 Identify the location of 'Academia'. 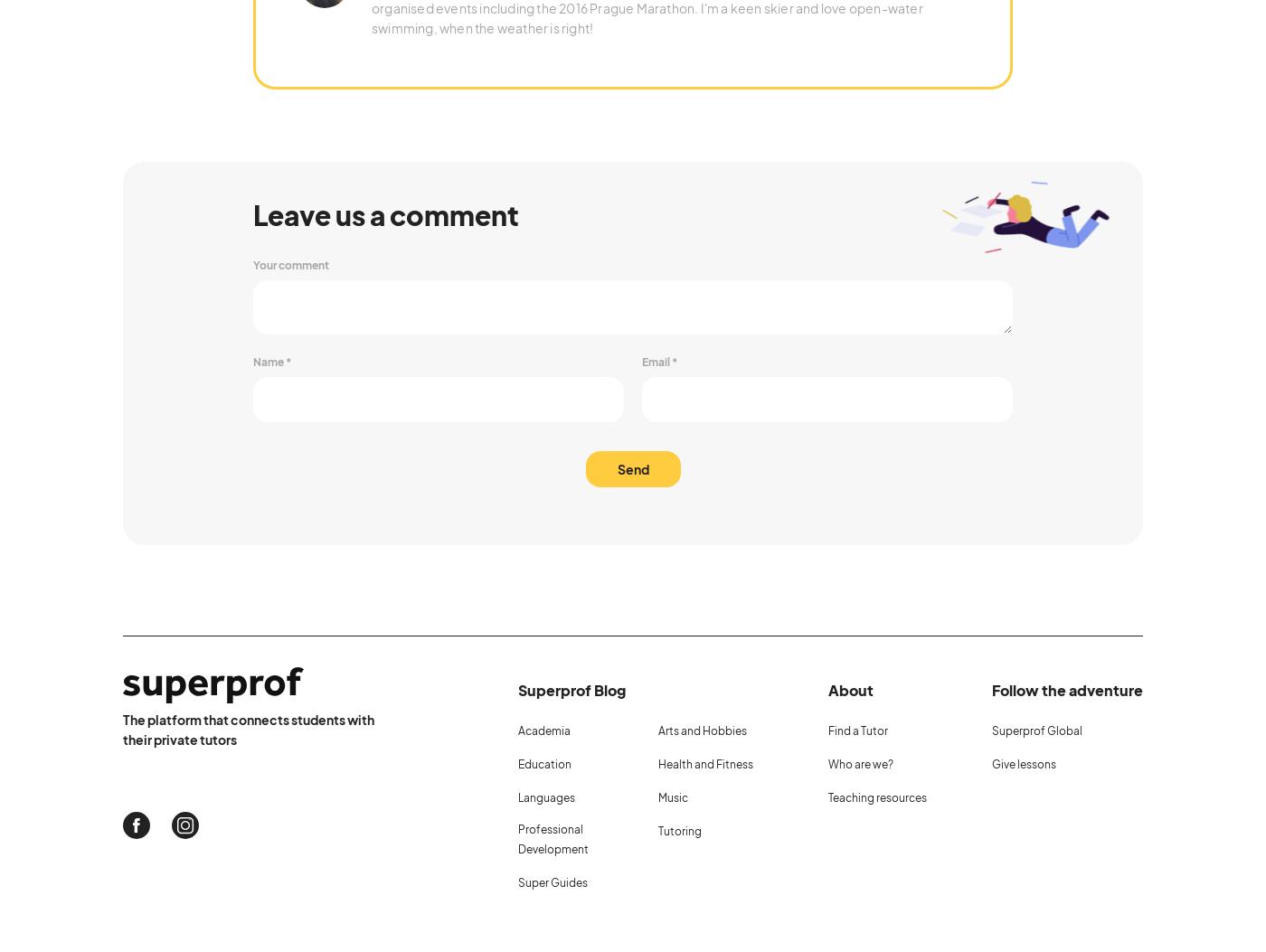
(543, 730).